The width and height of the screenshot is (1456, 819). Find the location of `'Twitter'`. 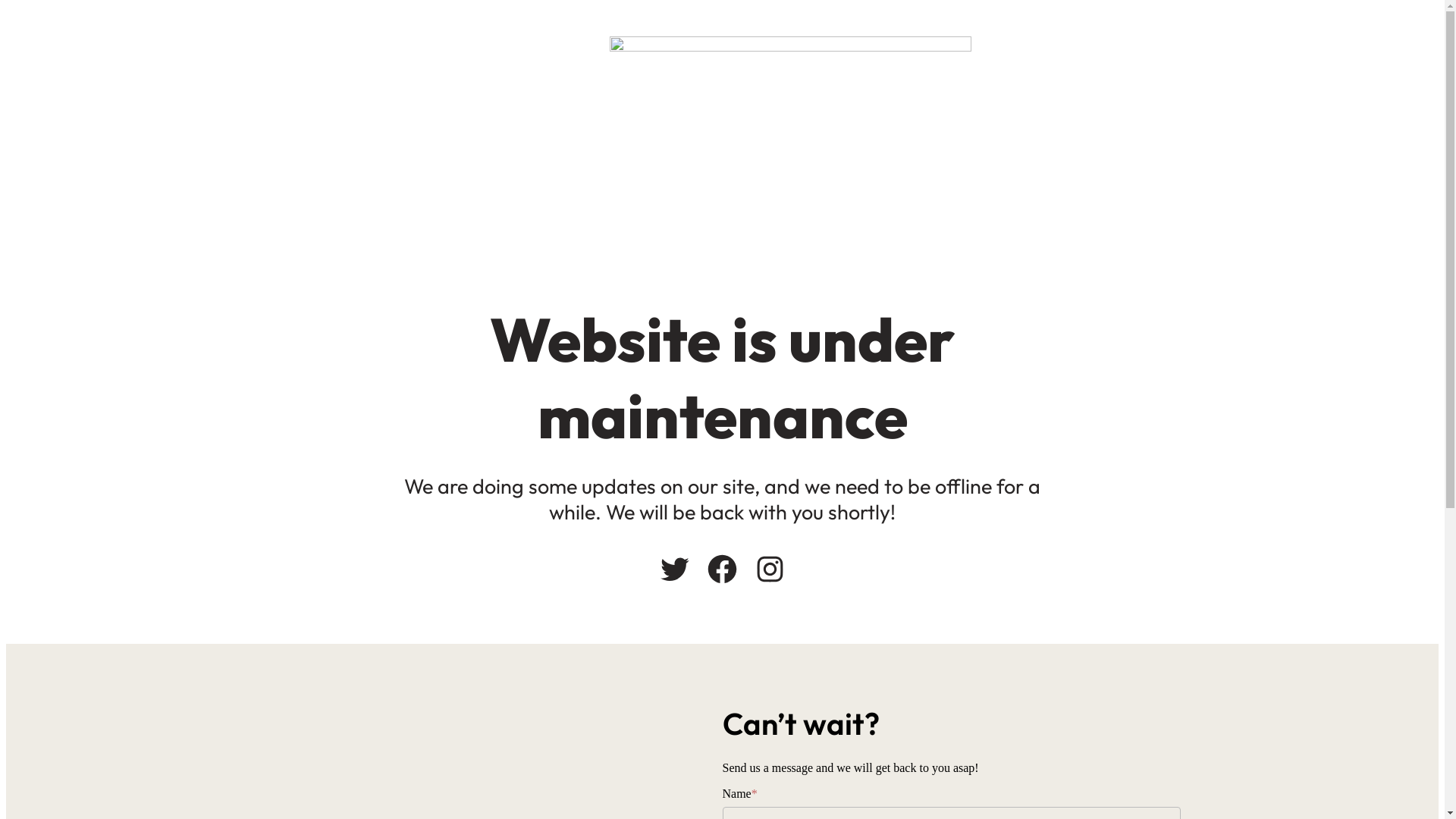

'Twitter' is located at coordinates (673, 569).